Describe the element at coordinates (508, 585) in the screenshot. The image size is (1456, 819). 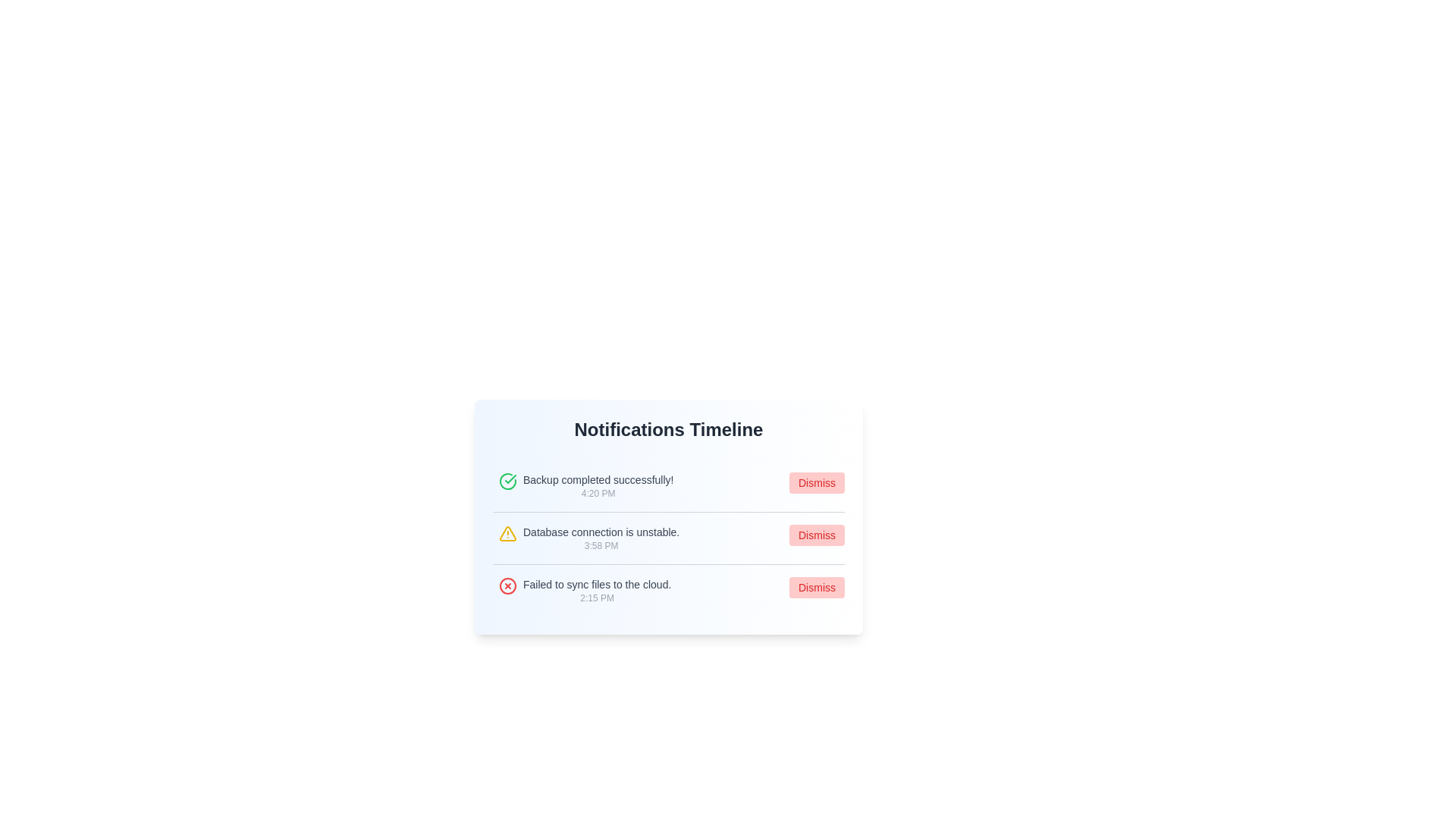
I see `the error notification icon on the leftmost side of the third notification row that accompanies the message 'Failed to sync files to the cloud.'` at that location.